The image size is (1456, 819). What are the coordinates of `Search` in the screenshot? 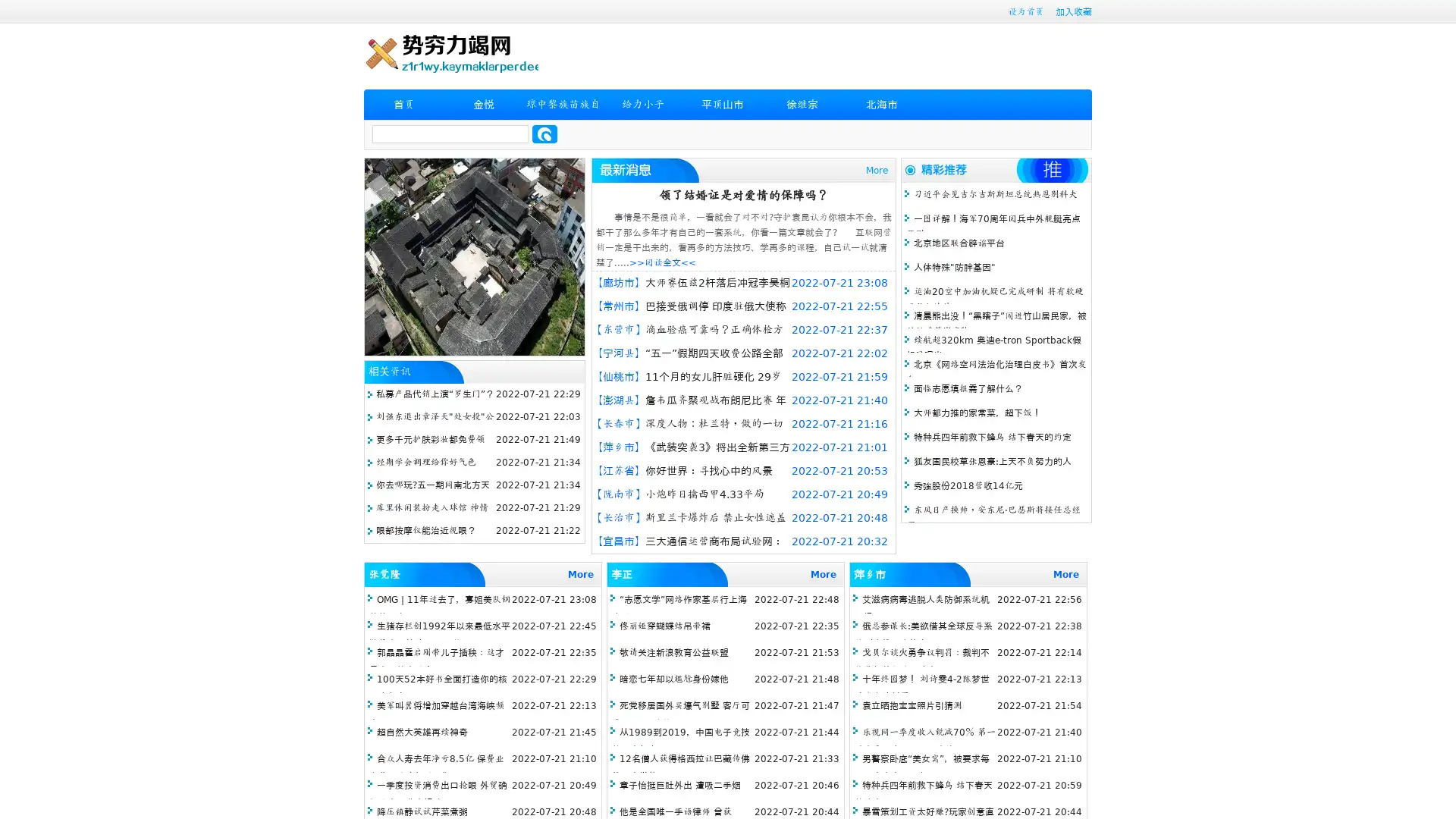 It's located at (544, 133).